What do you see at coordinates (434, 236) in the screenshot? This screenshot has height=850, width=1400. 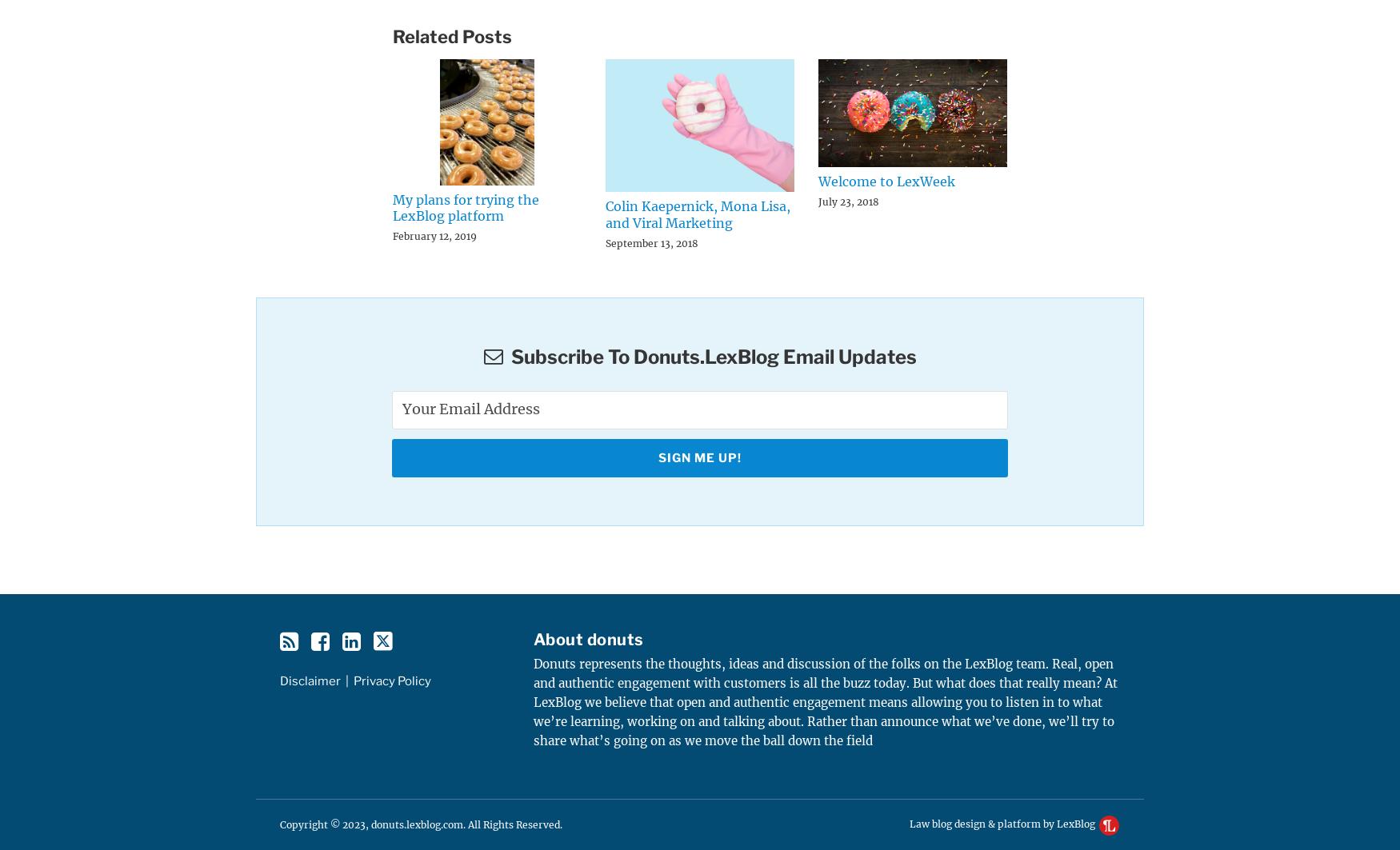 I see `'February 12, 2019'` at bounding box center [434, 236].